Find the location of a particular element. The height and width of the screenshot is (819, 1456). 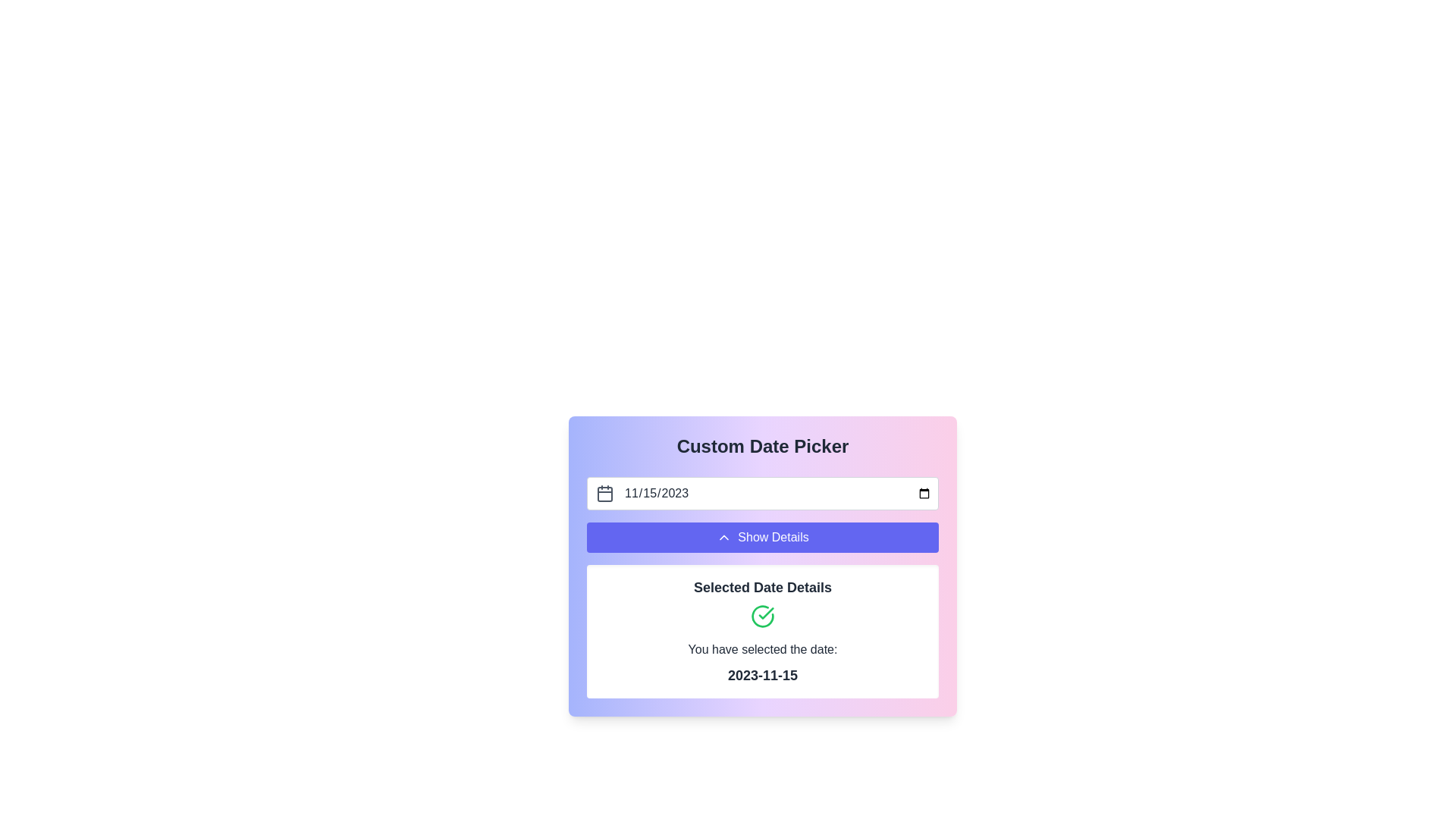

text 'Selected Date Details' which is displayed in bold and larger font above the content describing the selected date, located within a white box in the date display section is located at coordinates (763, 587).